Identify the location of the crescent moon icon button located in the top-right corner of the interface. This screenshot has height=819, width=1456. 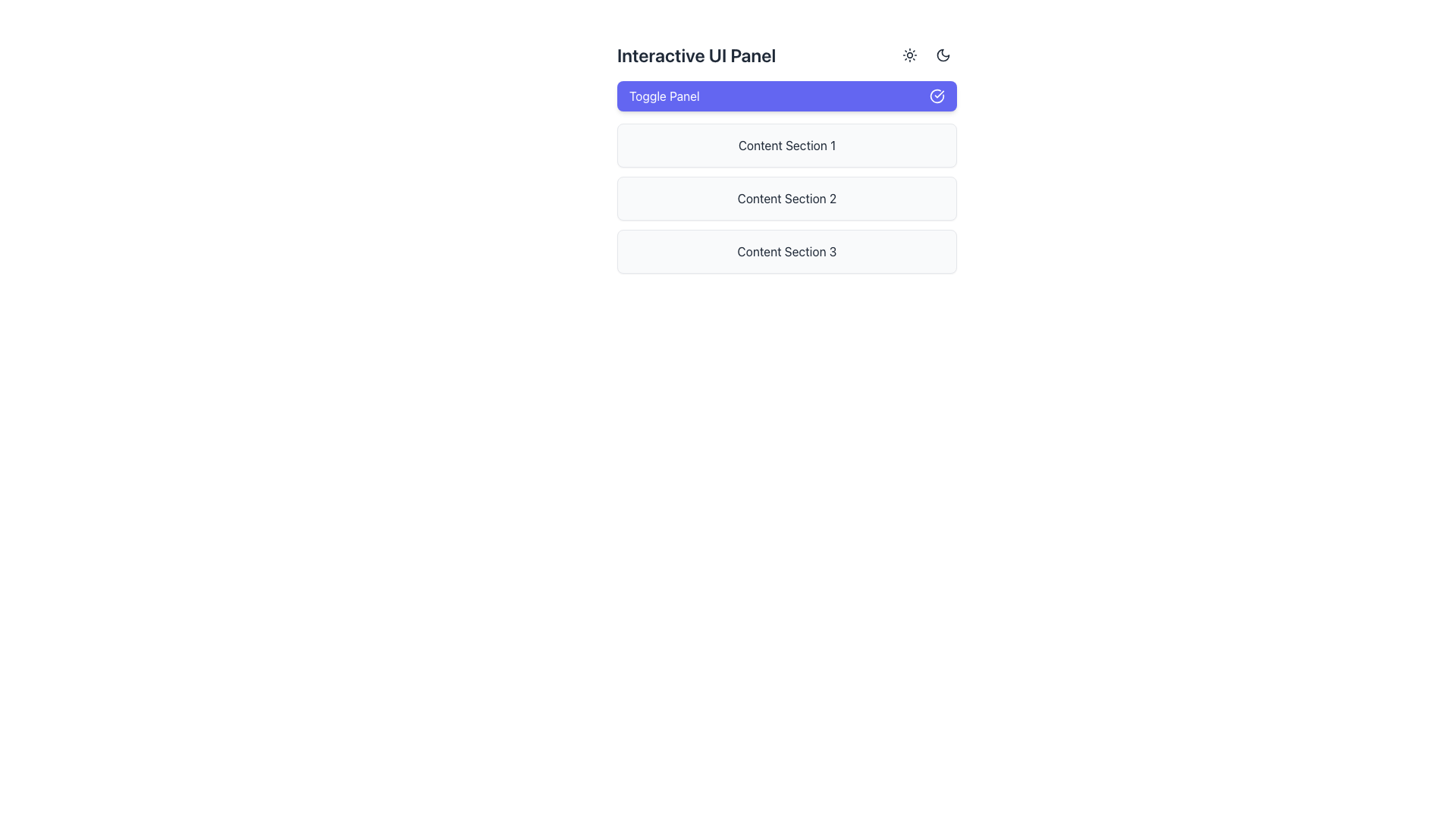
(942, 55).